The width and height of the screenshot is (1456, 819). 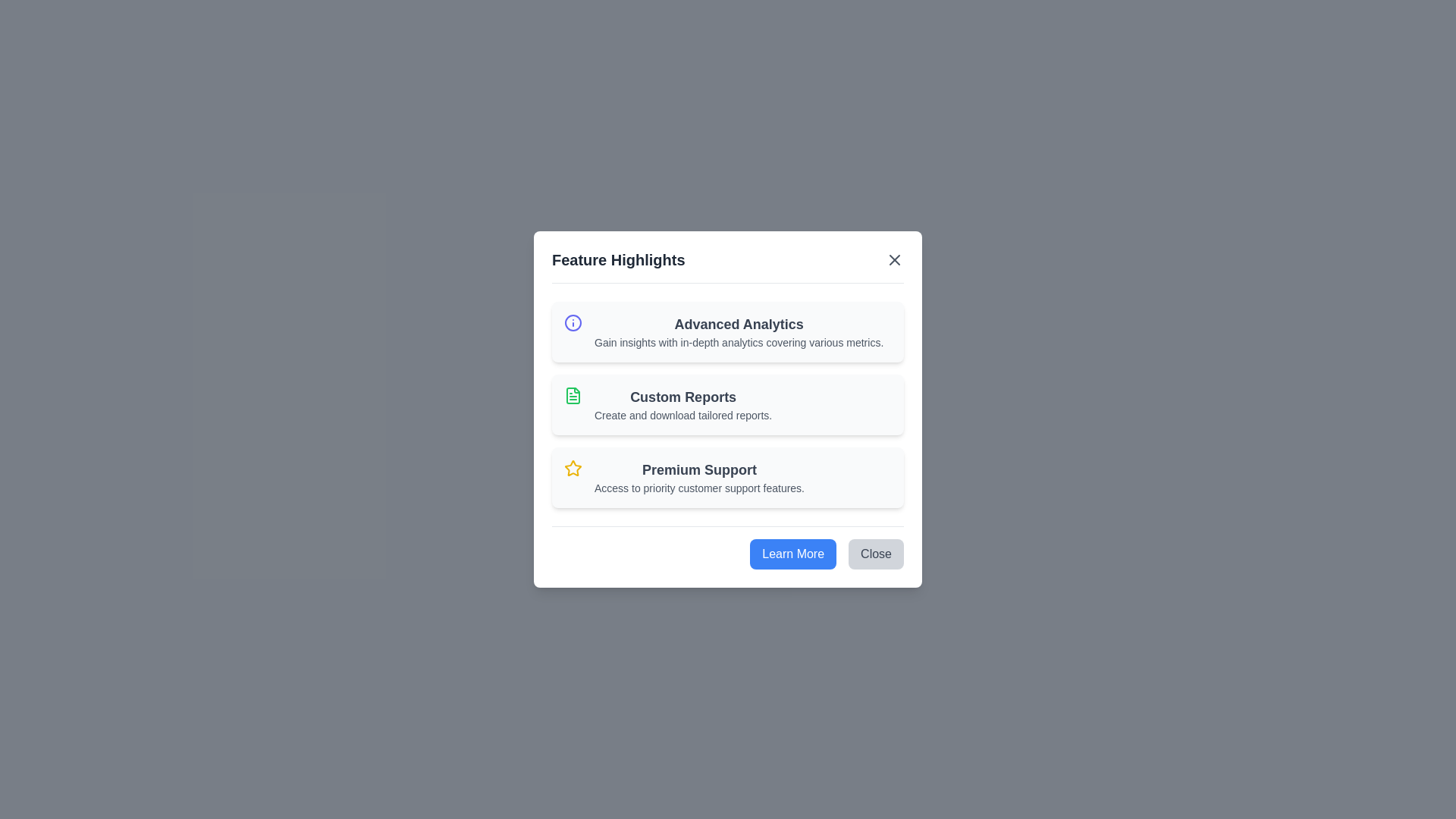 I want to click on the text element labeled 'Advanced Analytics', which is styled in bold and dark gray, and is the title of the first feature in the 'Feature Highlights' section, so click(x=739, y=324).